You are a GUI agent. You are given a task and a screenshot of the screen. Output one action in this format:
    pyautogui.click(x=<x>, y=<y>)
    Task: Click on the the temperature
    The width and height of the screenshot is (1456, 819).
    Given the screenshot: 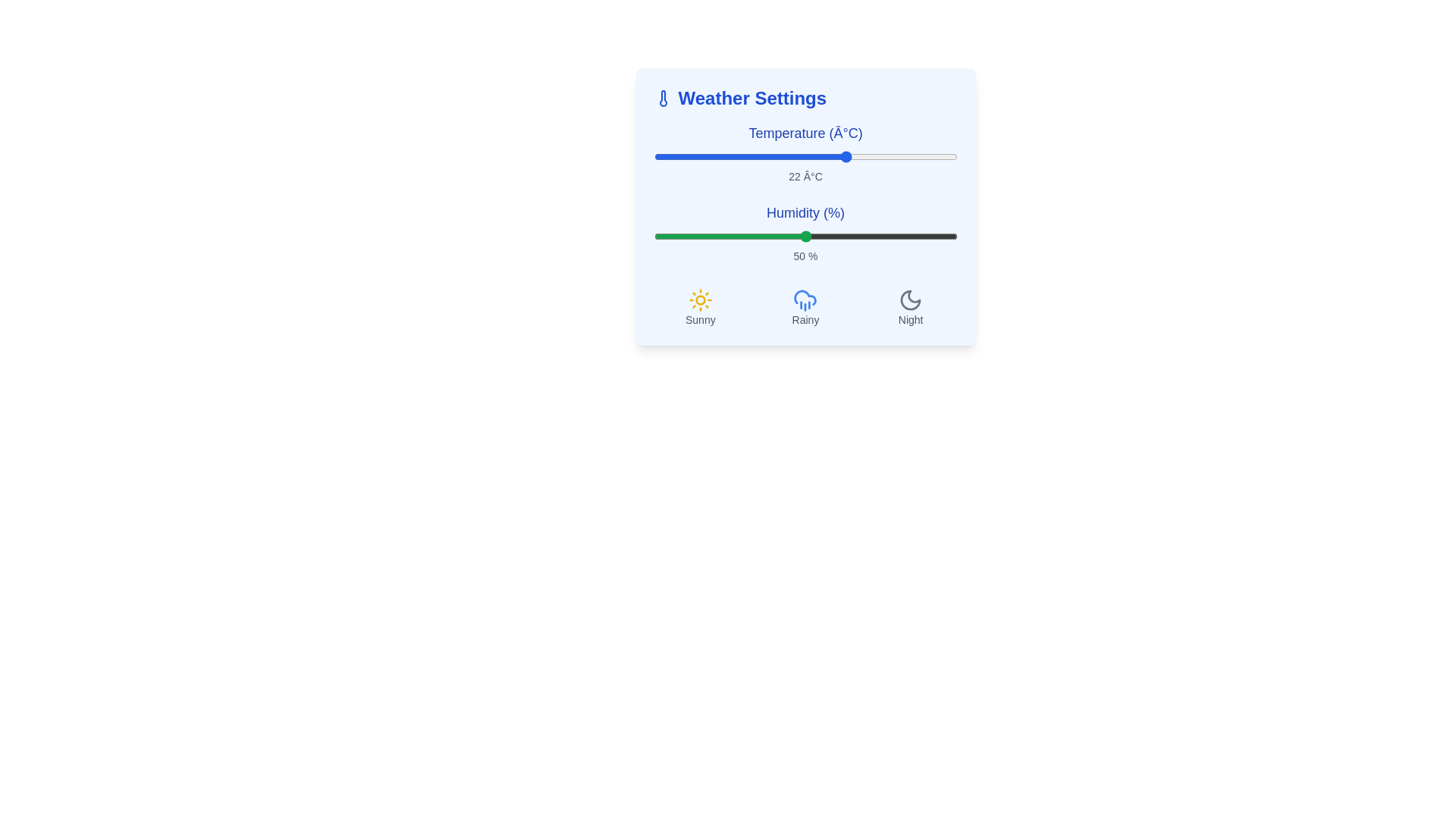 What is the action you would take?
    pyautogui.click(x=745, y=157)
    